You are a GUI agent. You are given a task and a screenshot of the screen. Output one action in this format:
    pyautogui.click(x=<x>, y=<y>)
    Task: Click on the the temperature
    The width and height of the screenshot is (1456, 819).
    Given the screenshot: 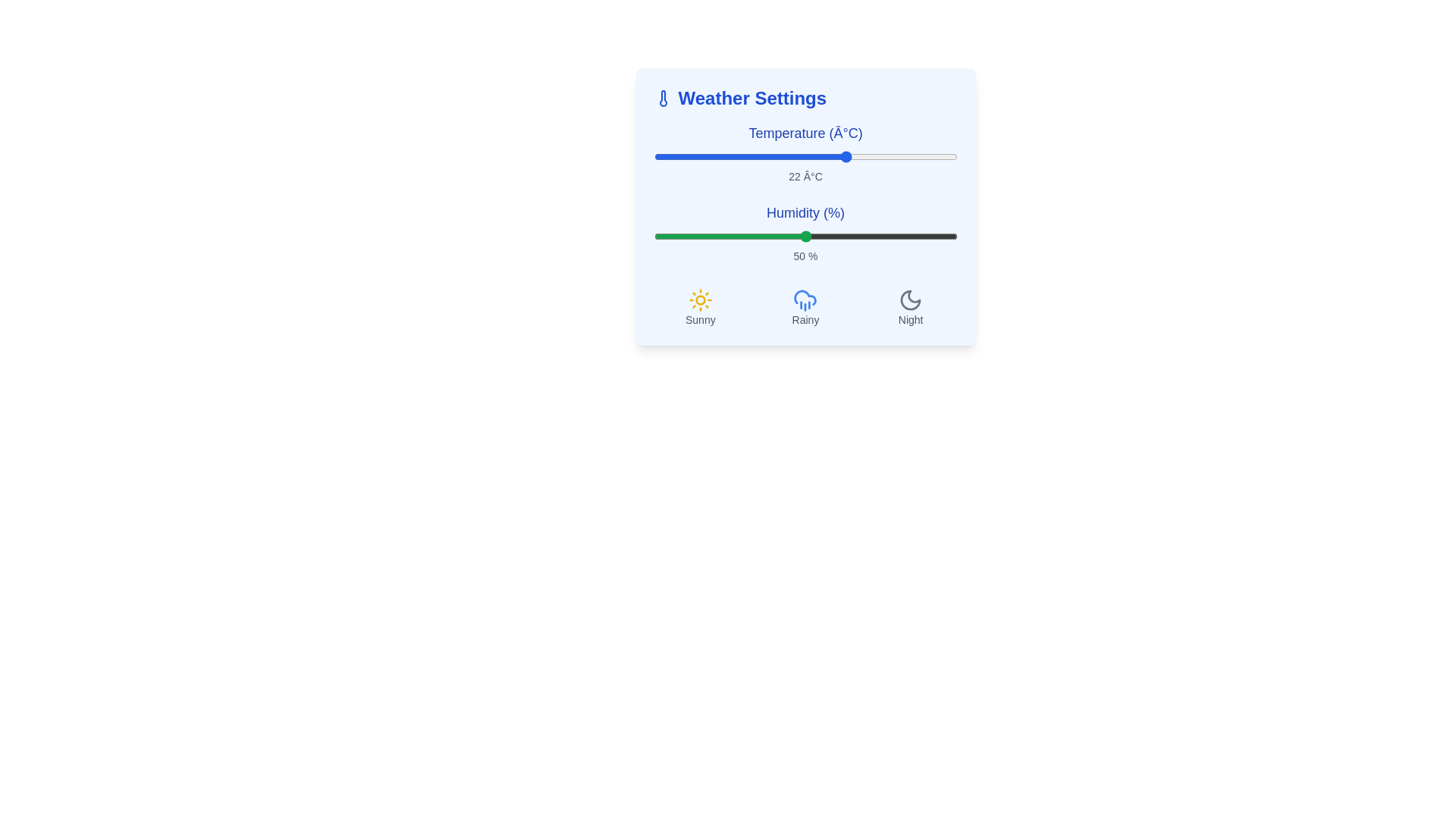 What is the action you would take?
    pyautogui.click(x=745, y=157)
    